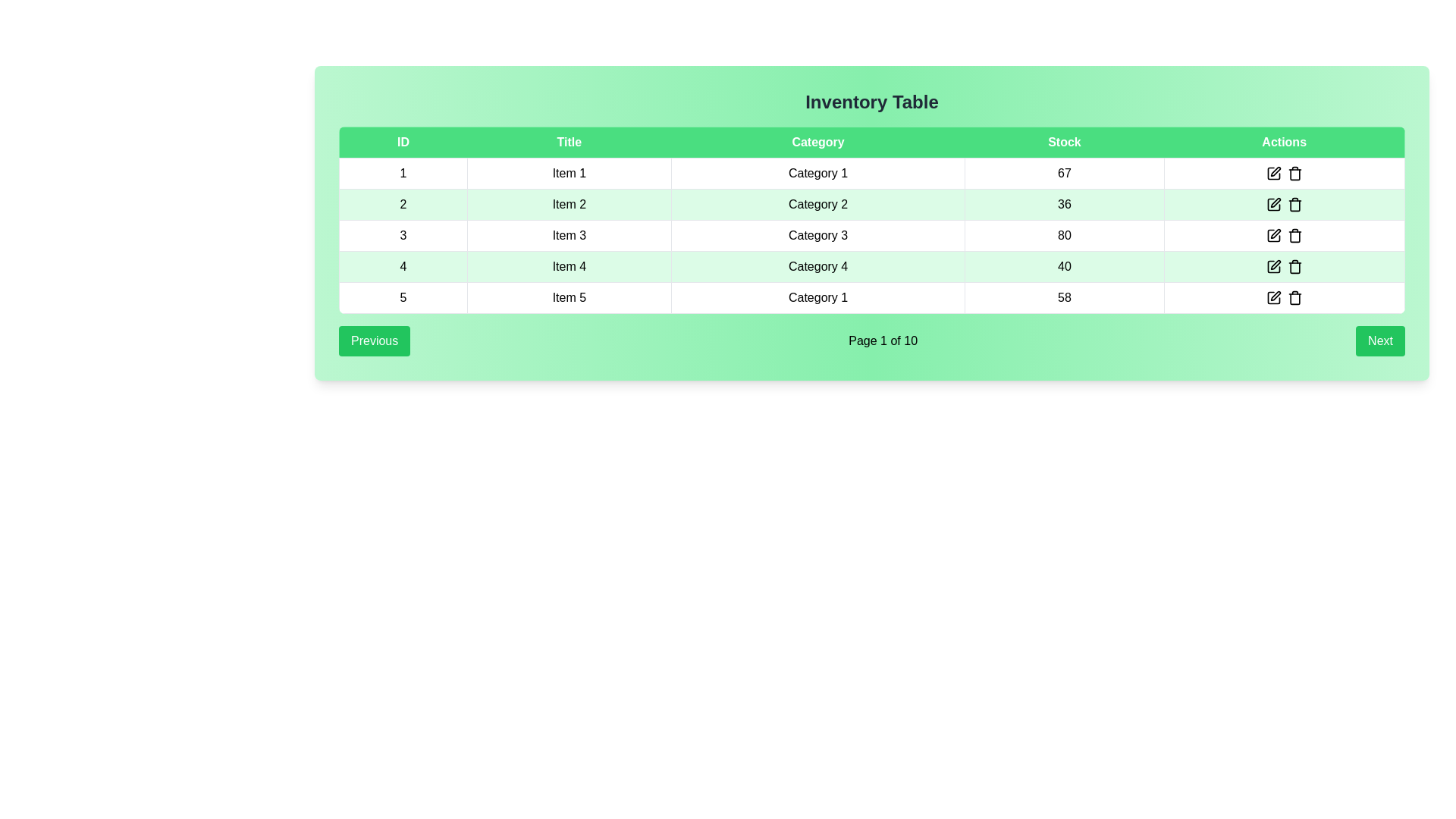 This screenshot has height=819, width=1456. I want to click on the text cell in the third column of the first row of the table, which indicates a category for the associated row, so click(817, 172).